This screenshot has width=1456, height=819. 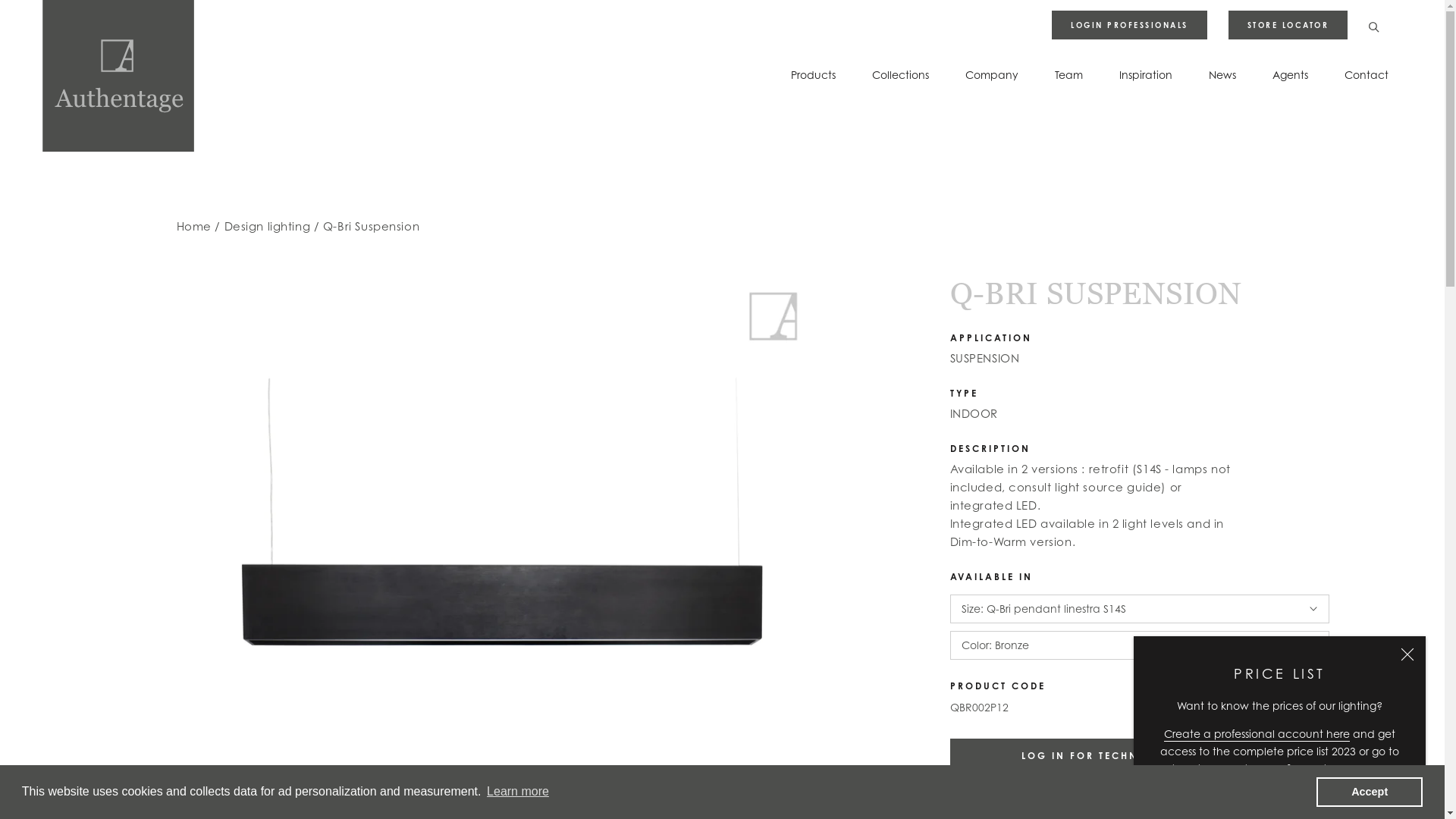 I want to click on 'Design lighting', so click(x=268, y=226).